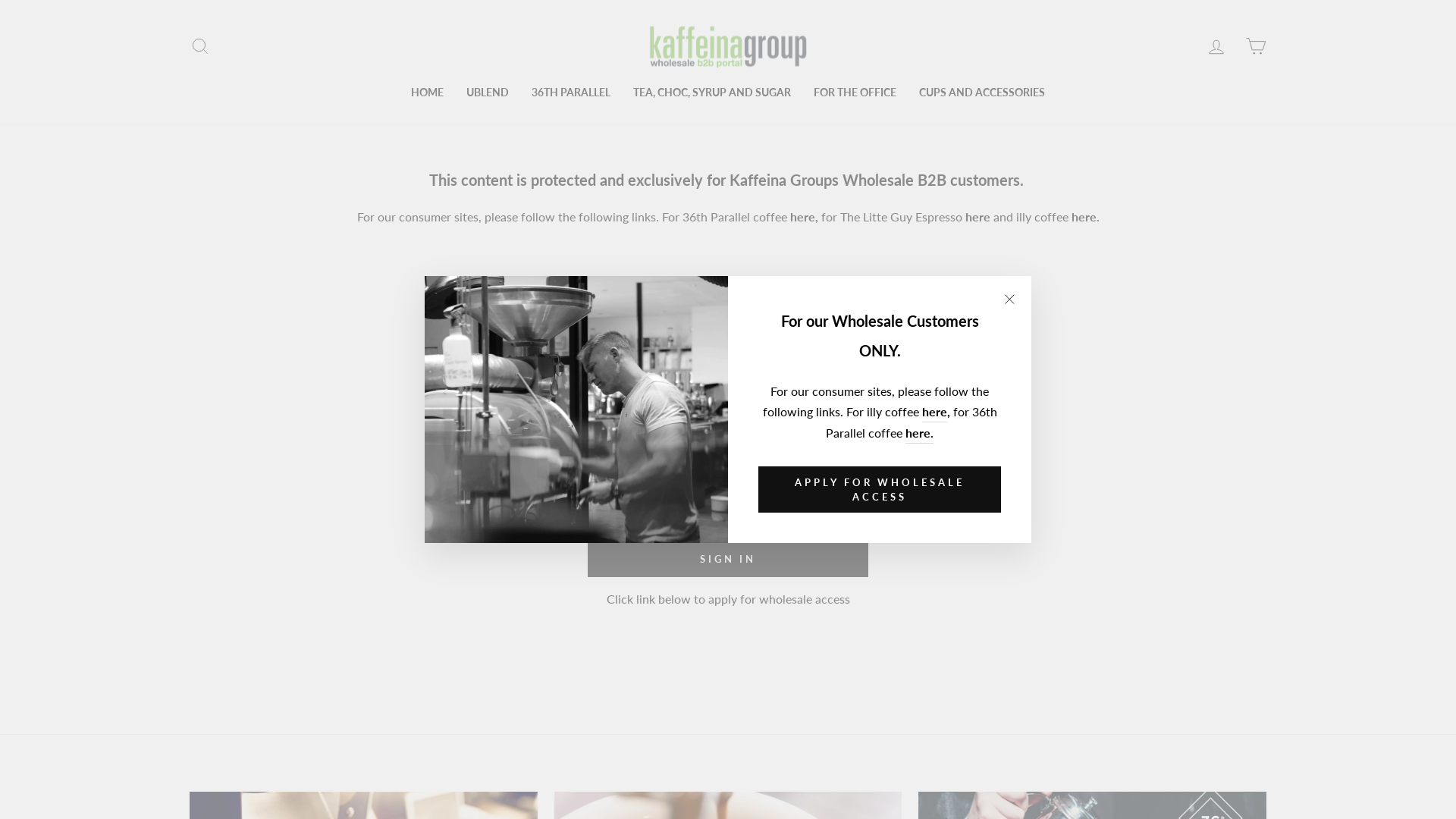 The image size is (1456, 819). What do you see at coordinates (400, 93) in the screenshot?
I see `'HOME'` at bounding box center [400, 93].